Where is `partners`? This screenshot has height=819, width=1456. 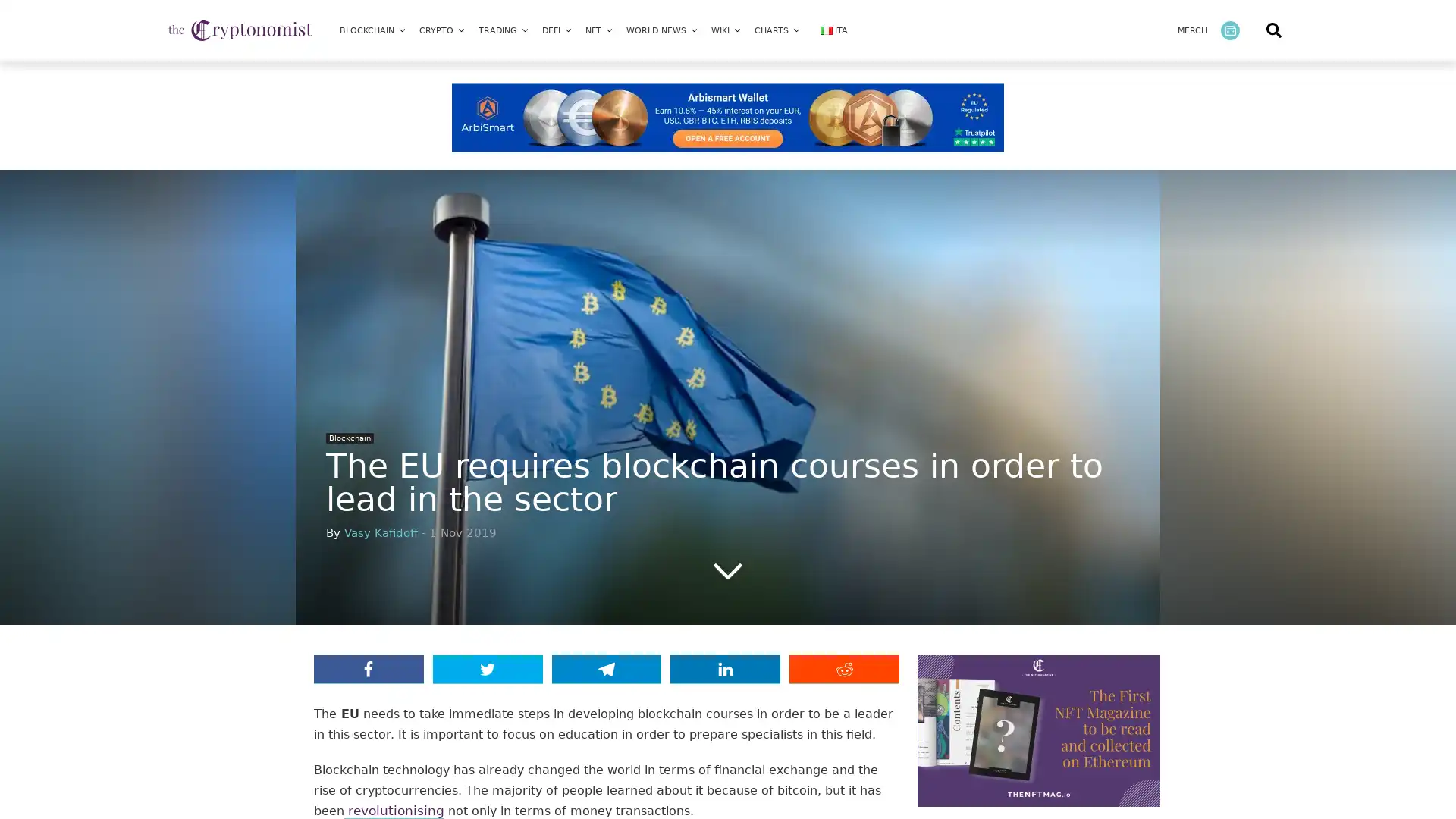
partners is located at coordinates (243, 623).